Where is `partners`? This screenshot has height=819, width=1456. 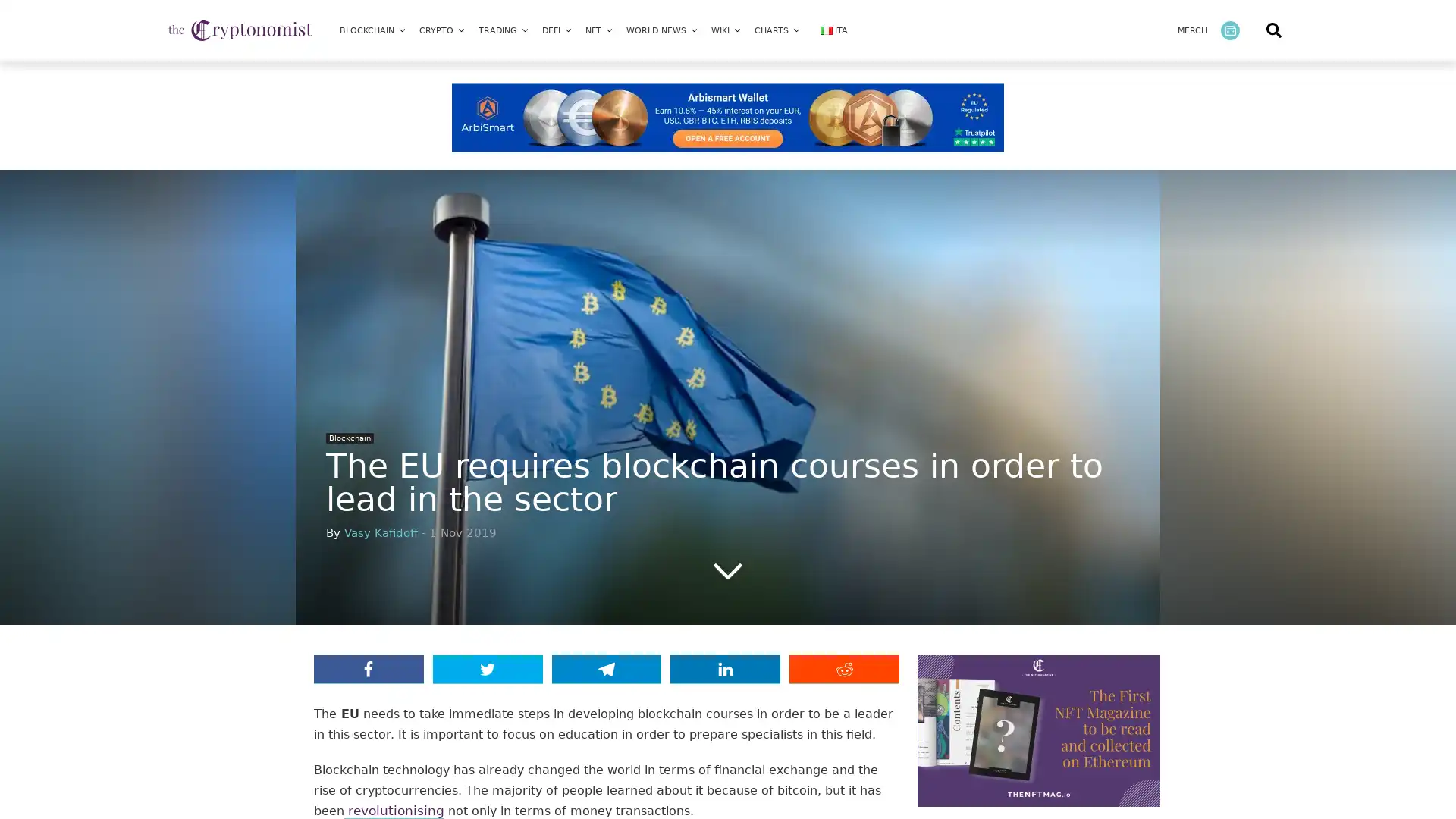
partners is located at coordinates (243, 623).